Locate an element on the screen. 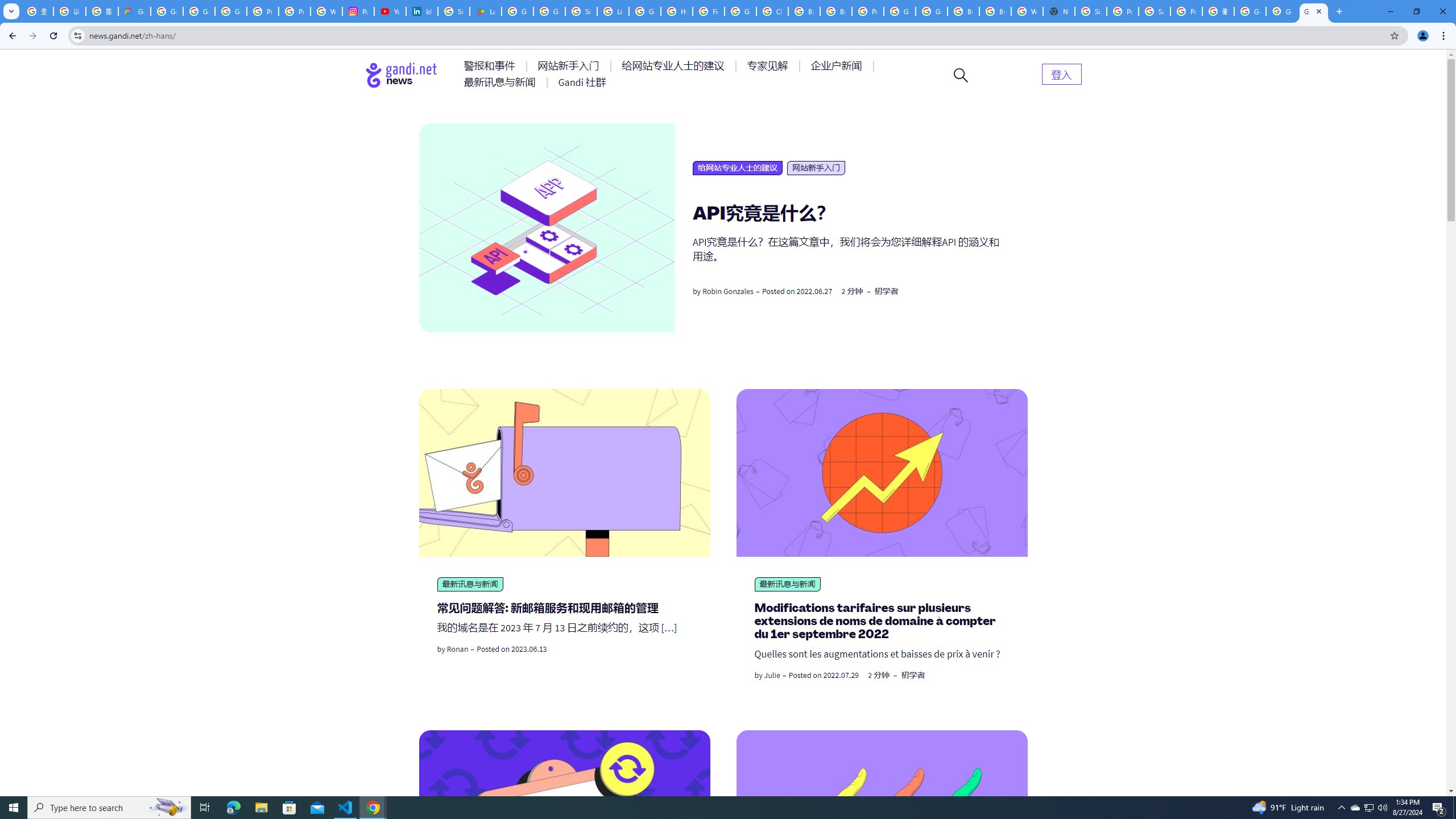 The width and height of the screenshot is (1456, 819). 'How do I create a new Google Account? - Google Account Help' is located at coordinates (676, 11).